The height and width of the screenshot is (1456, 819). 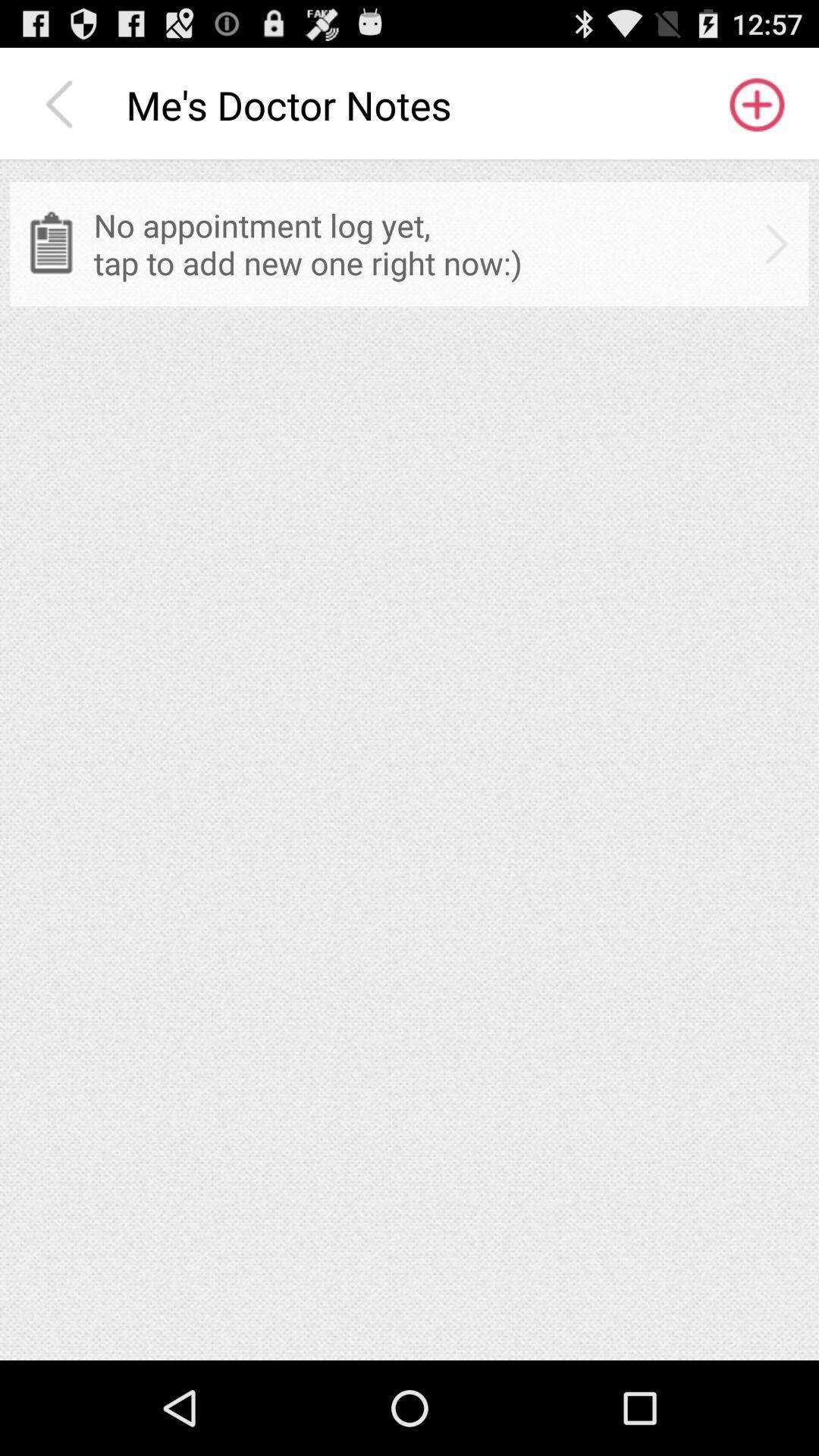 What do you see at coordinates (755, 111) in the screenshot?
I see `the add icon` at bounding box center [755, 111].